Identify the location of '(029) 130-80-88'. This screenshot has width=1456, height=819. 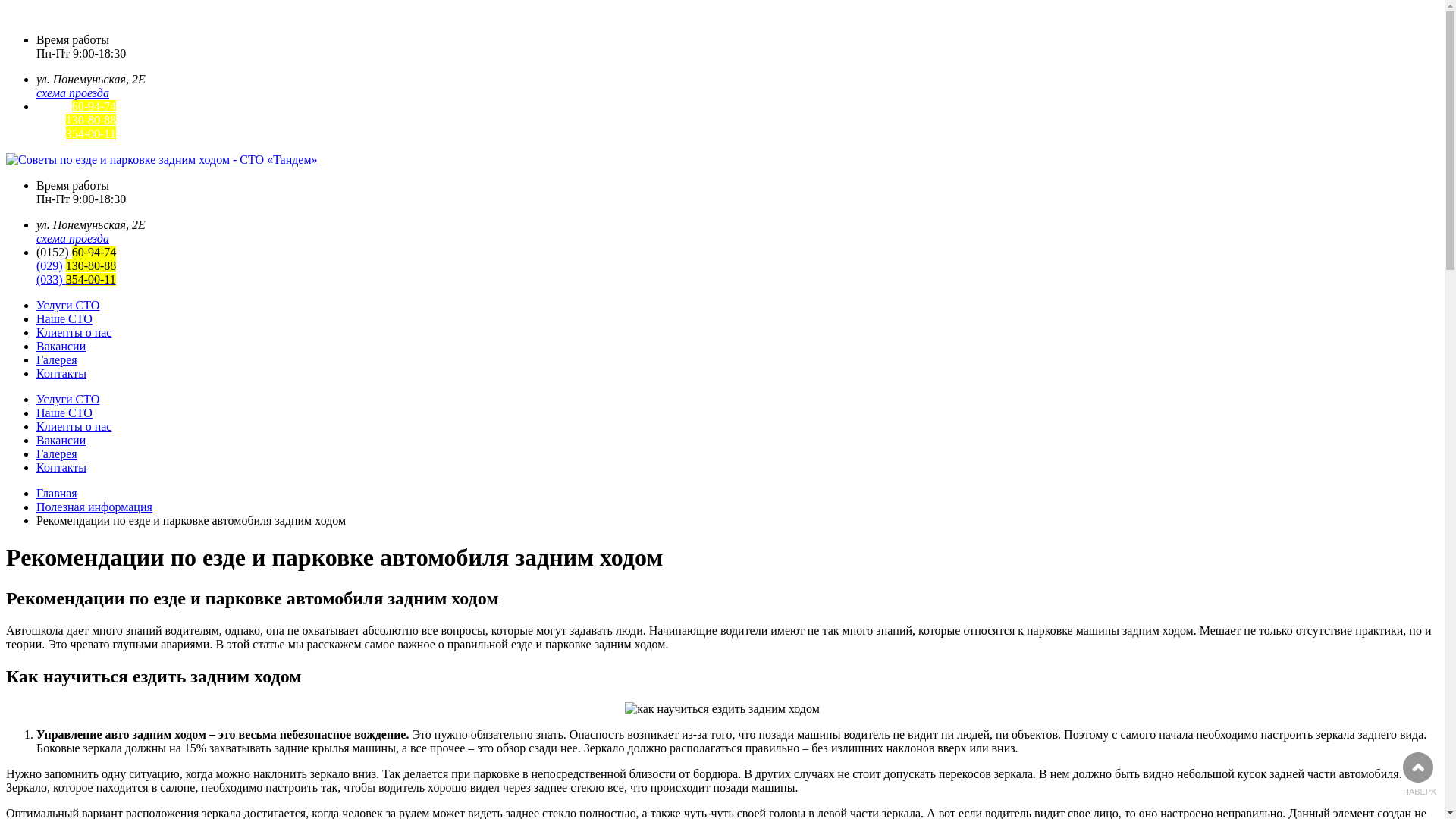
(36, 119).